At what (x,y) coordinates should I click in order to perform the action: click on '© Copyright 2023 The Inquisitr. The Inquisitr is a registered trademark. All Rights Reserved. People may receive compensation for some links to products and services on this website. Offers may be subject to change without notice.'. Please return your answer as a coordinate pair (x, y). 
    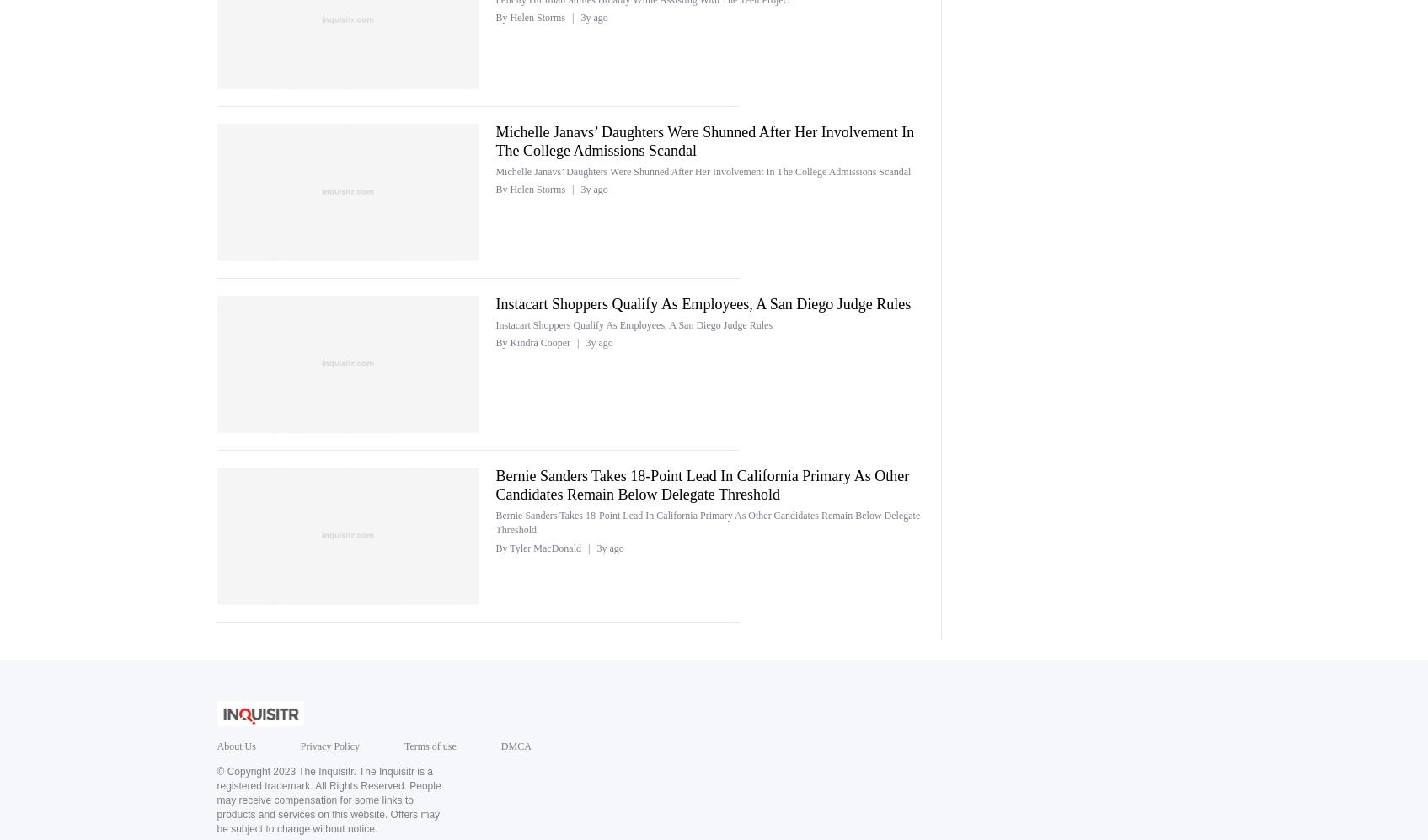
    Looking at the image, I should click on (215, 800).